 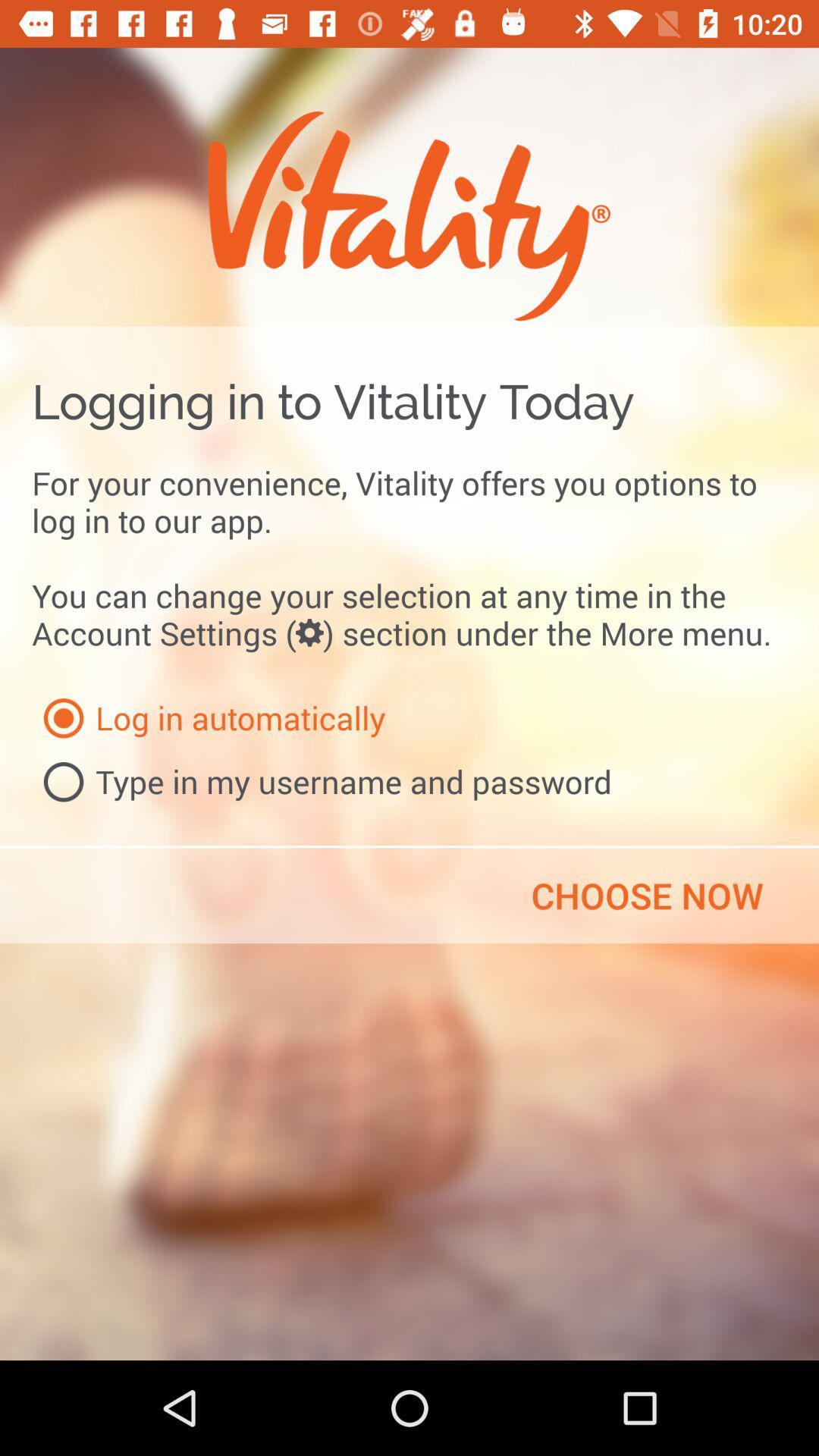 I want to click on type in my item, so click(x=321, y=782).